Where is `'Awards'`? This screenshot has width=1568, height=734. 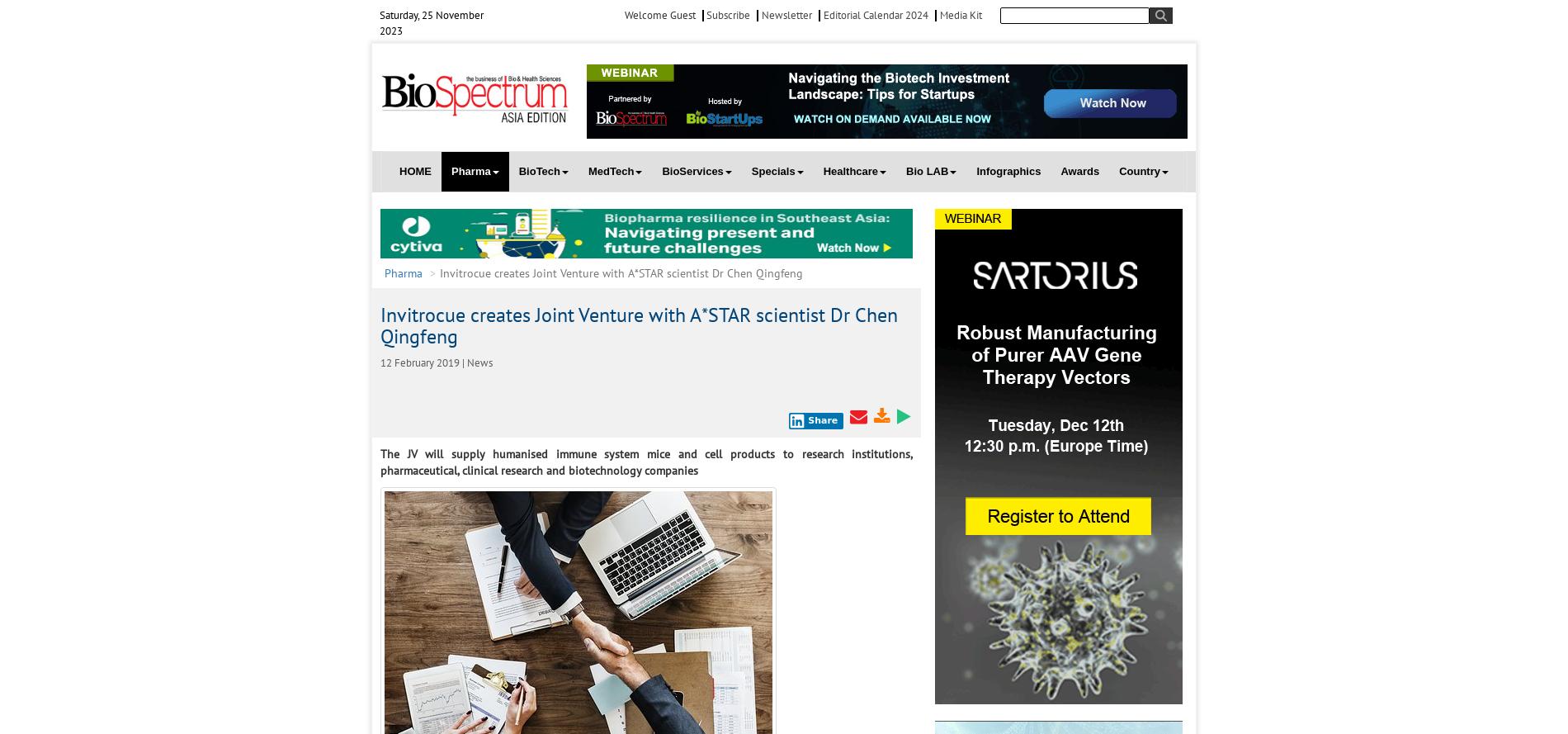 'Awards' is located at coordinates (1079, 170).